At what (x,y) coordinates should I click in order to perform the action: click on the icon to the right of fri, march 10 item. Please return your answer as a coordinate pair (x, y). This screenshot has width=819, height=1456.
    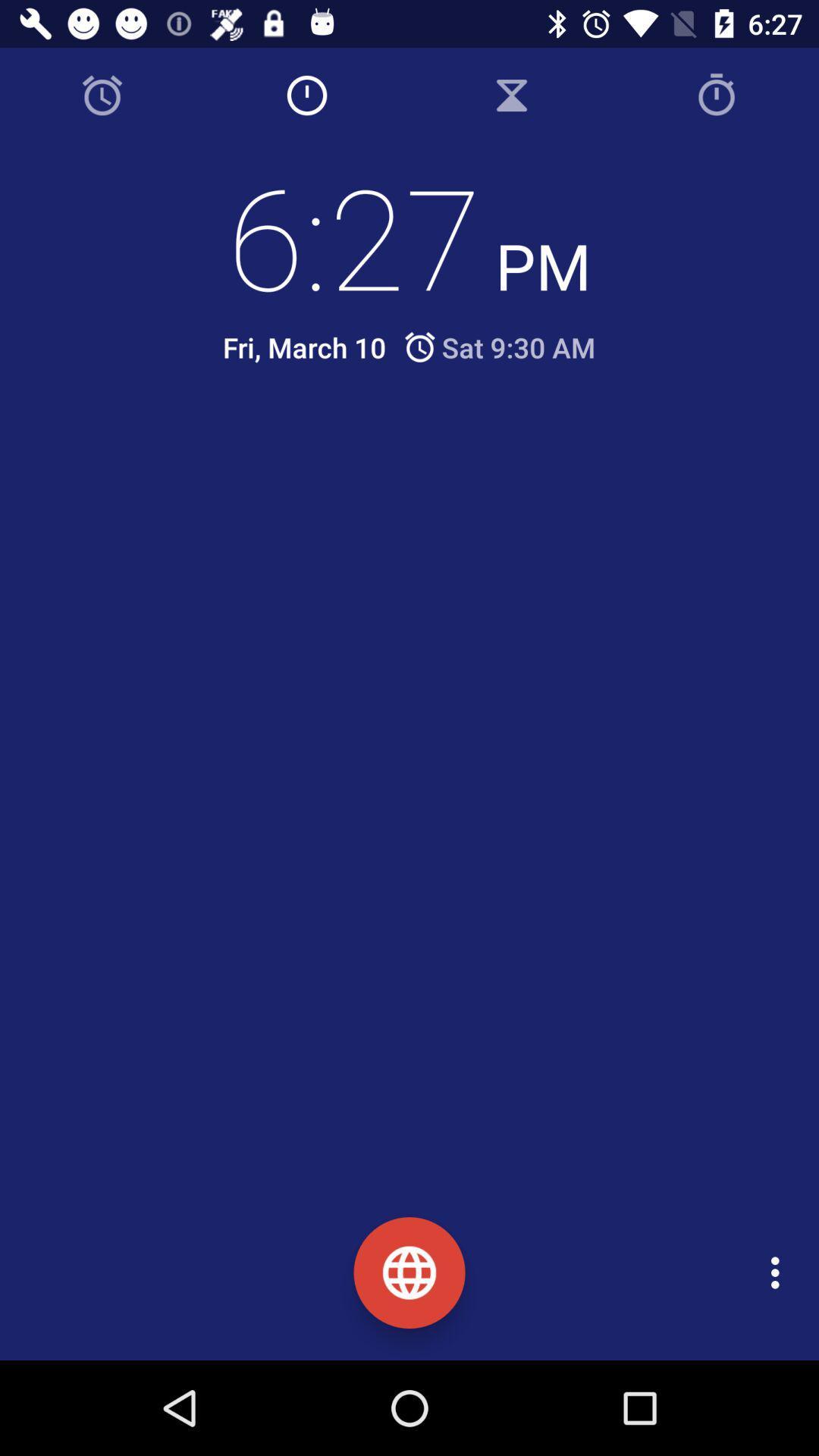
    Looking at the image, I should click on (498, 347).